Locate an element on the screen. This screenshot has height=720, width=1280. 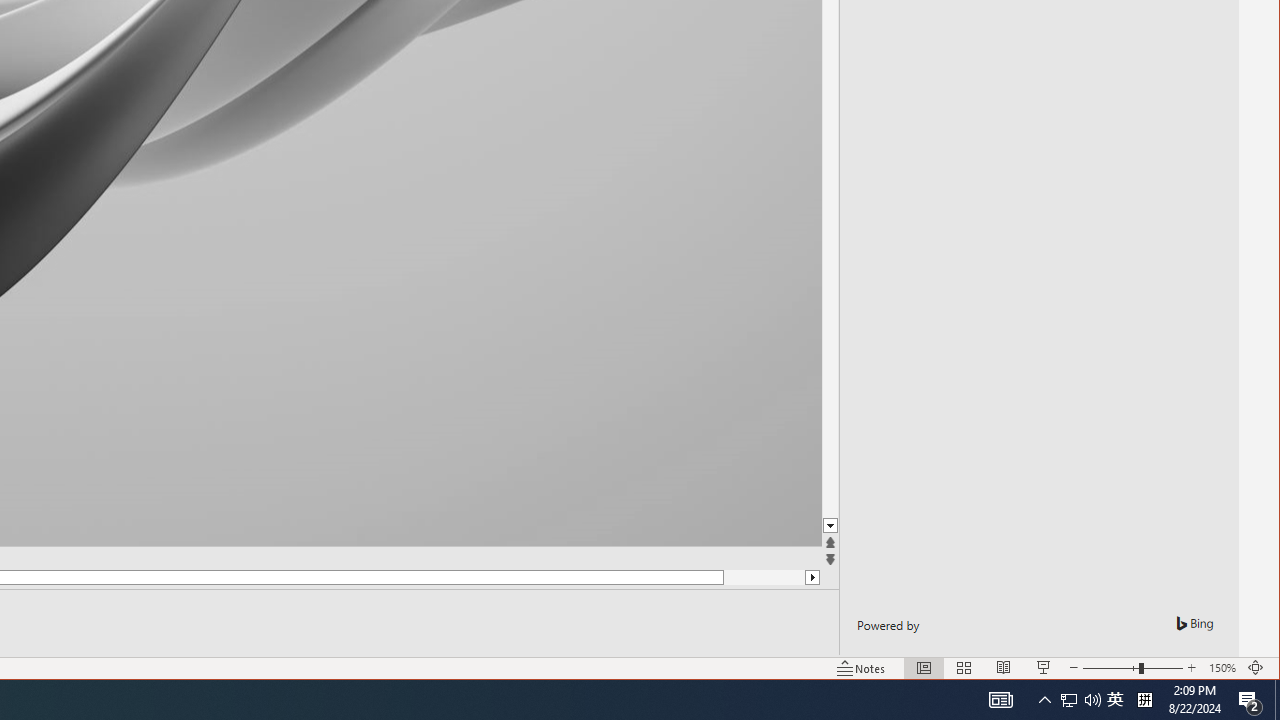
'Zoom 150%' is located at coordinates (1221, 668).